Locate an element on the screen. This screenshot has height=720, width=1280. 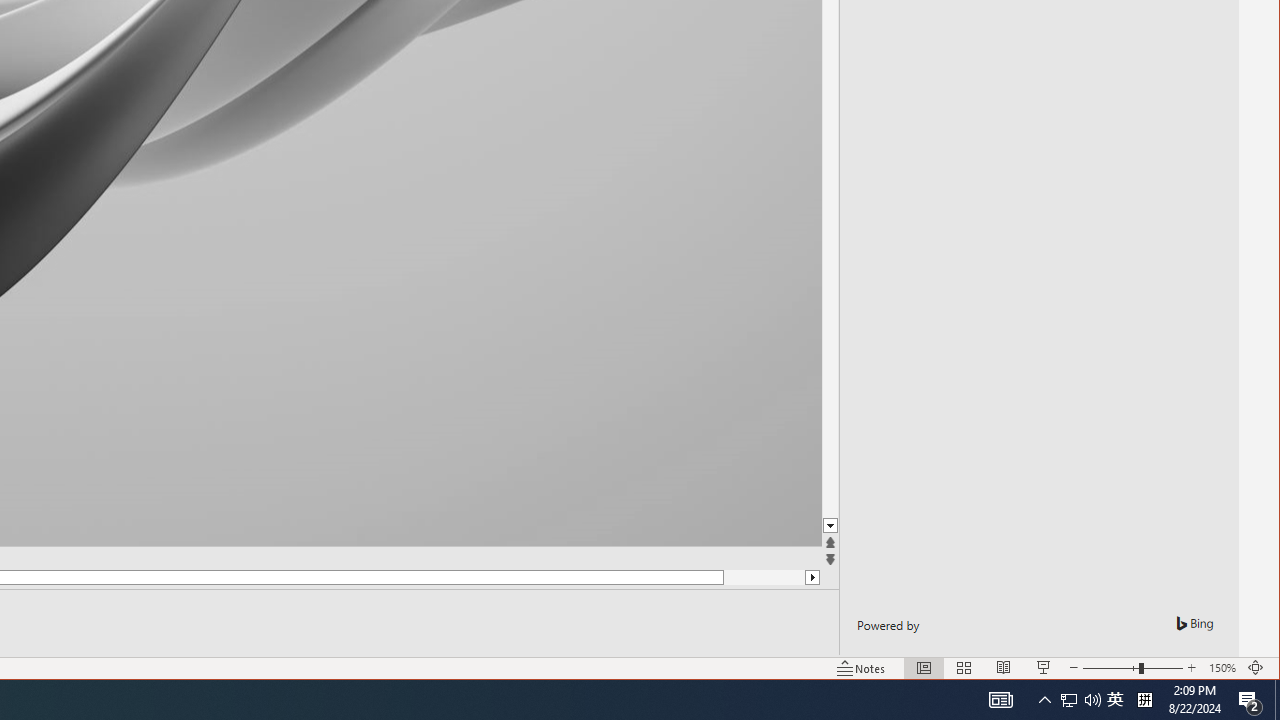
'Zoom 150%' is located at coordinates (1221, 668).